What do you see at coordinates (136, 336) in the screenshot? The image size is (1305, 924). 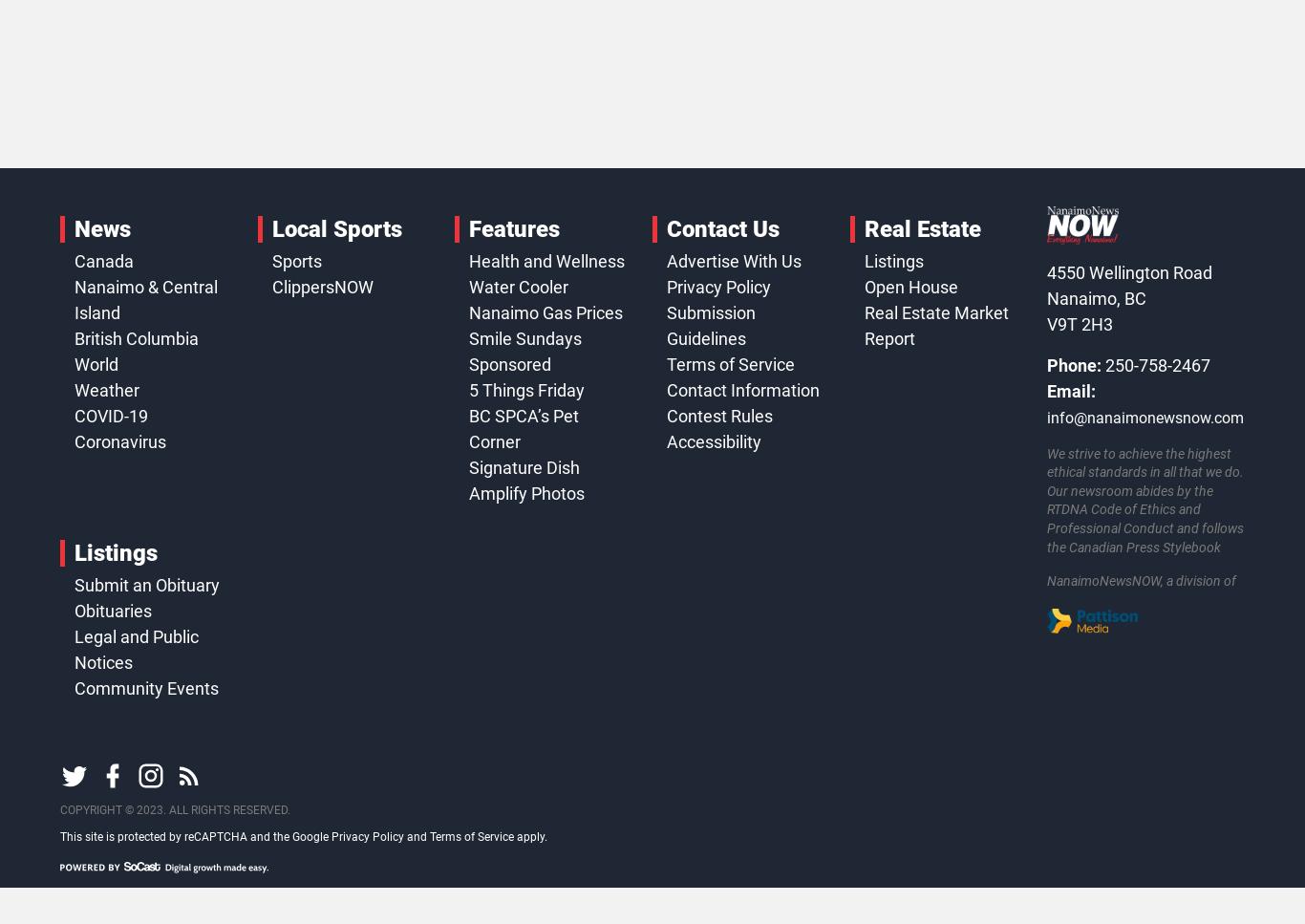 I see `'British Columbia'` at bounding box center [136, 336].